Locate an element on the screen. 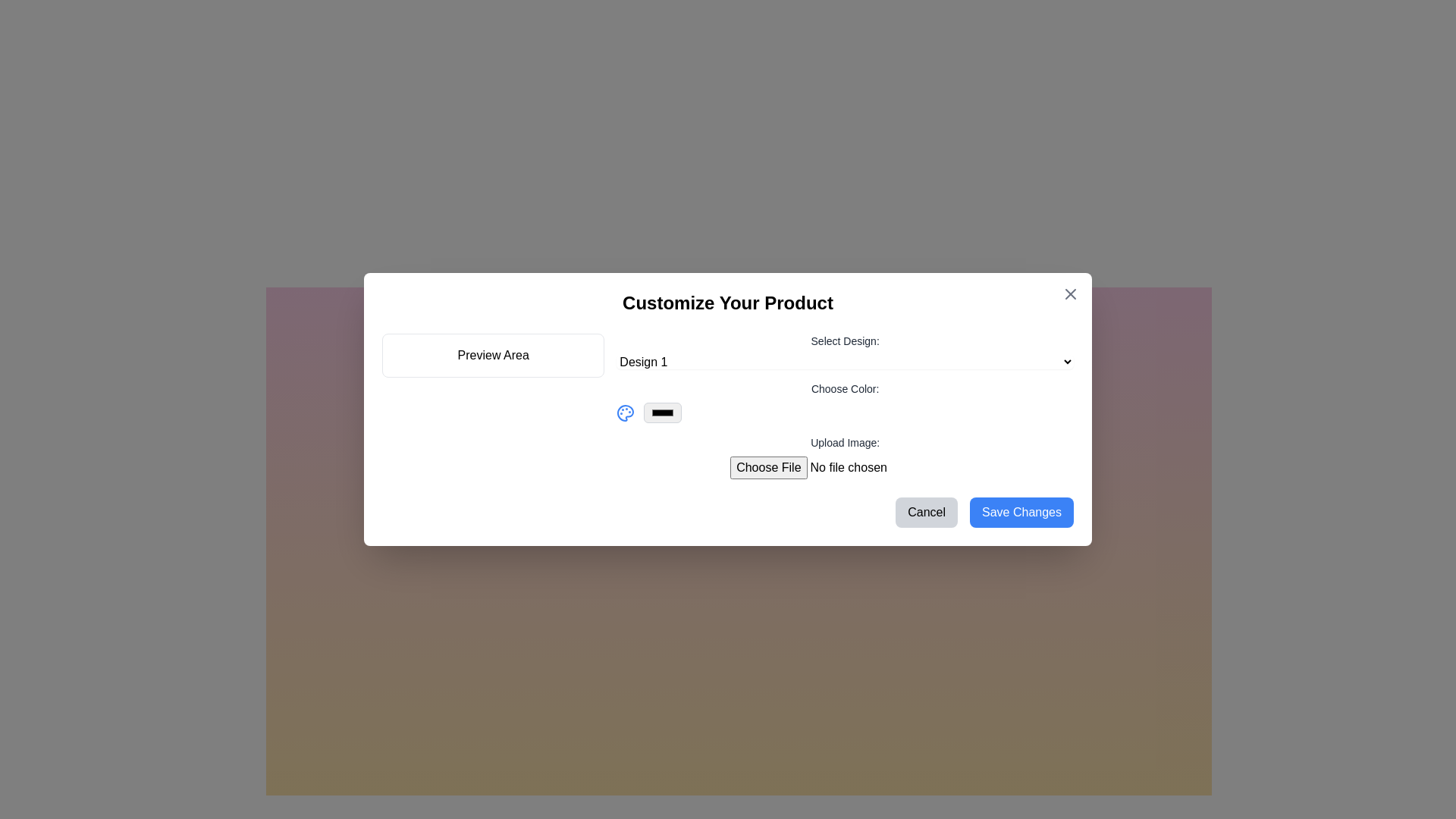 The image size is (1456, 819). the label text that reads 'Select Design:', which is styled with a small font size and medium weight, located at the top of the modal interface above the dropdown menu is located at coordinates (844, 341).